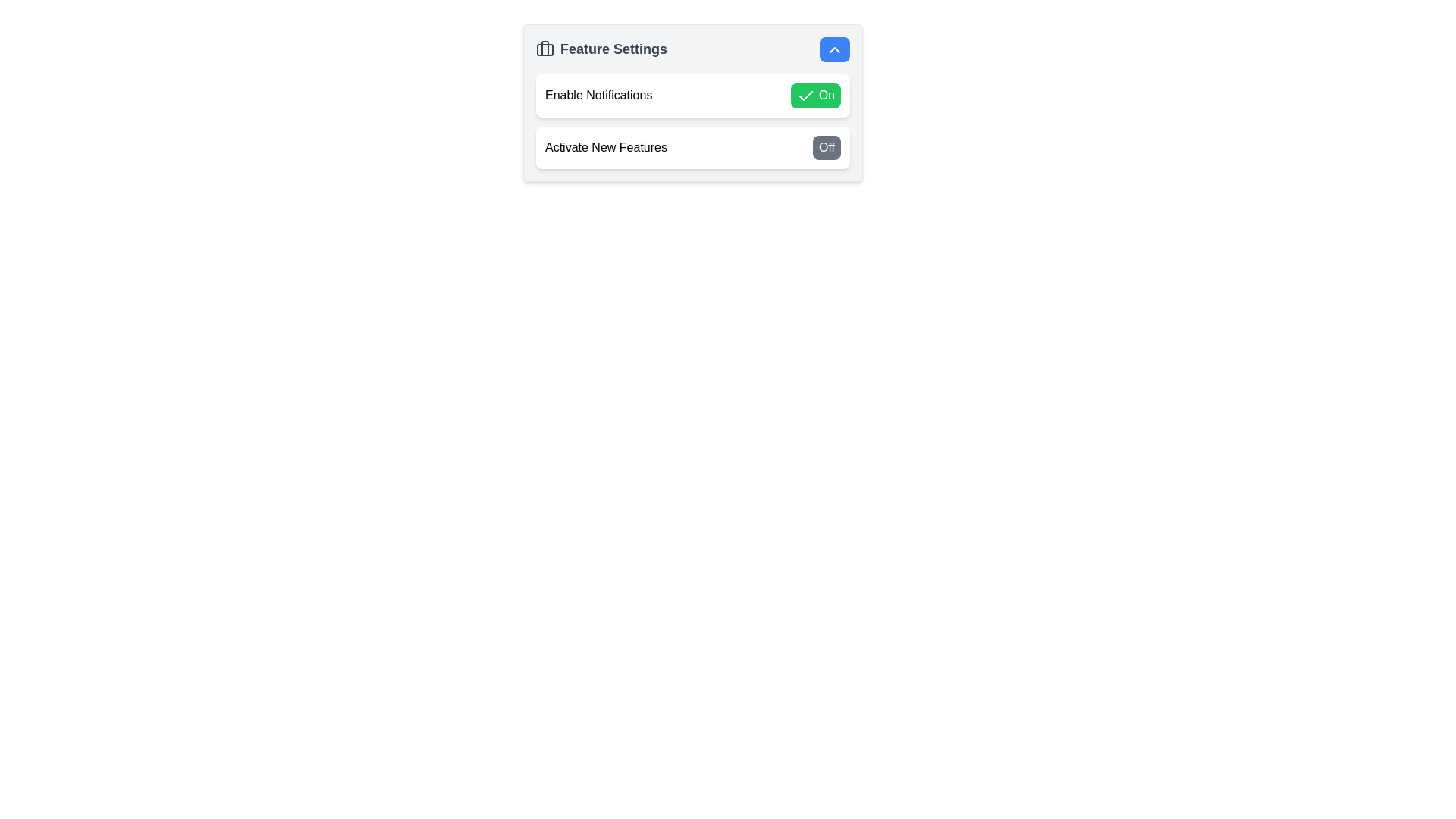 The width and height of the screenshot is (1456, 819). Describe the element at coordinates (692, 120) in the screenshot. I see `the interactive toggle buttons in the 'Feature Settings' section` at that location.